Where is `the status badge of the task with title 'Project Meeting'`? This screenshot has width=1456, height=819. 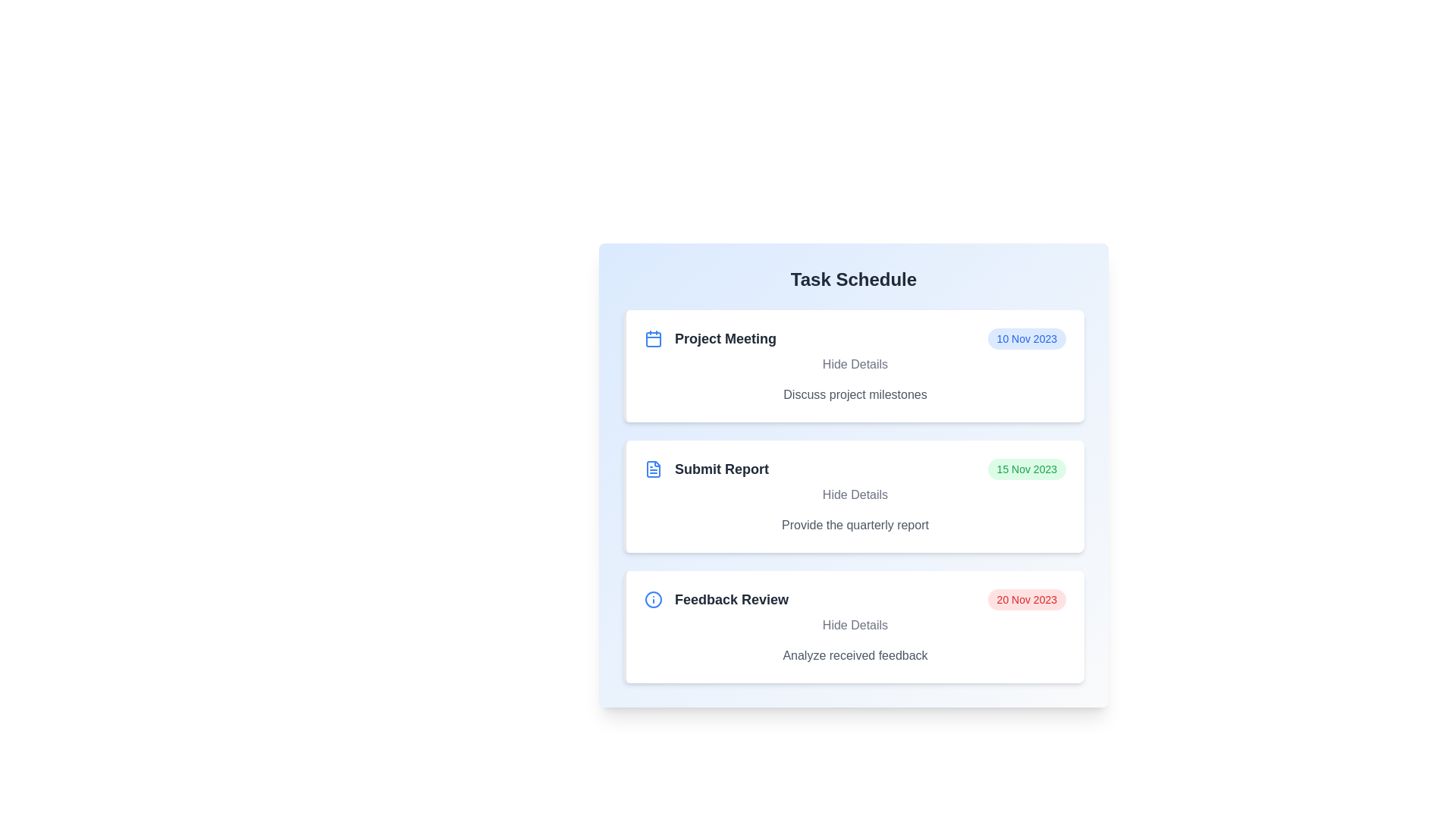
the status badge of the task with title 'Project Meeting' is located at coordinates (1027, 338).